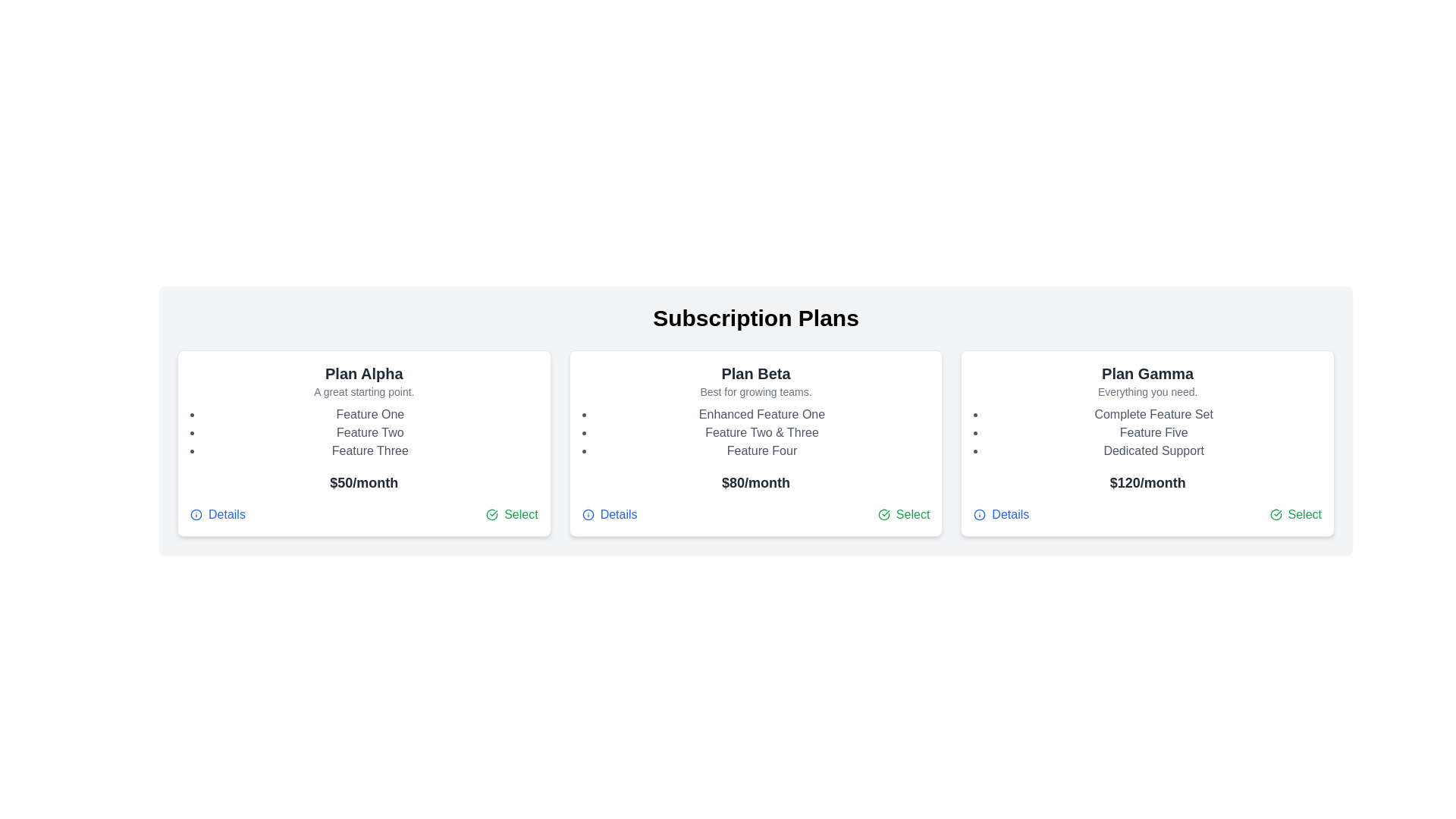 This screenshot has height=819, width=1456. I want to click on title from the bold-text heading labeled 'Plan Alpha' that is prominently positioned at the top center of the card layout, so click(364, 374).